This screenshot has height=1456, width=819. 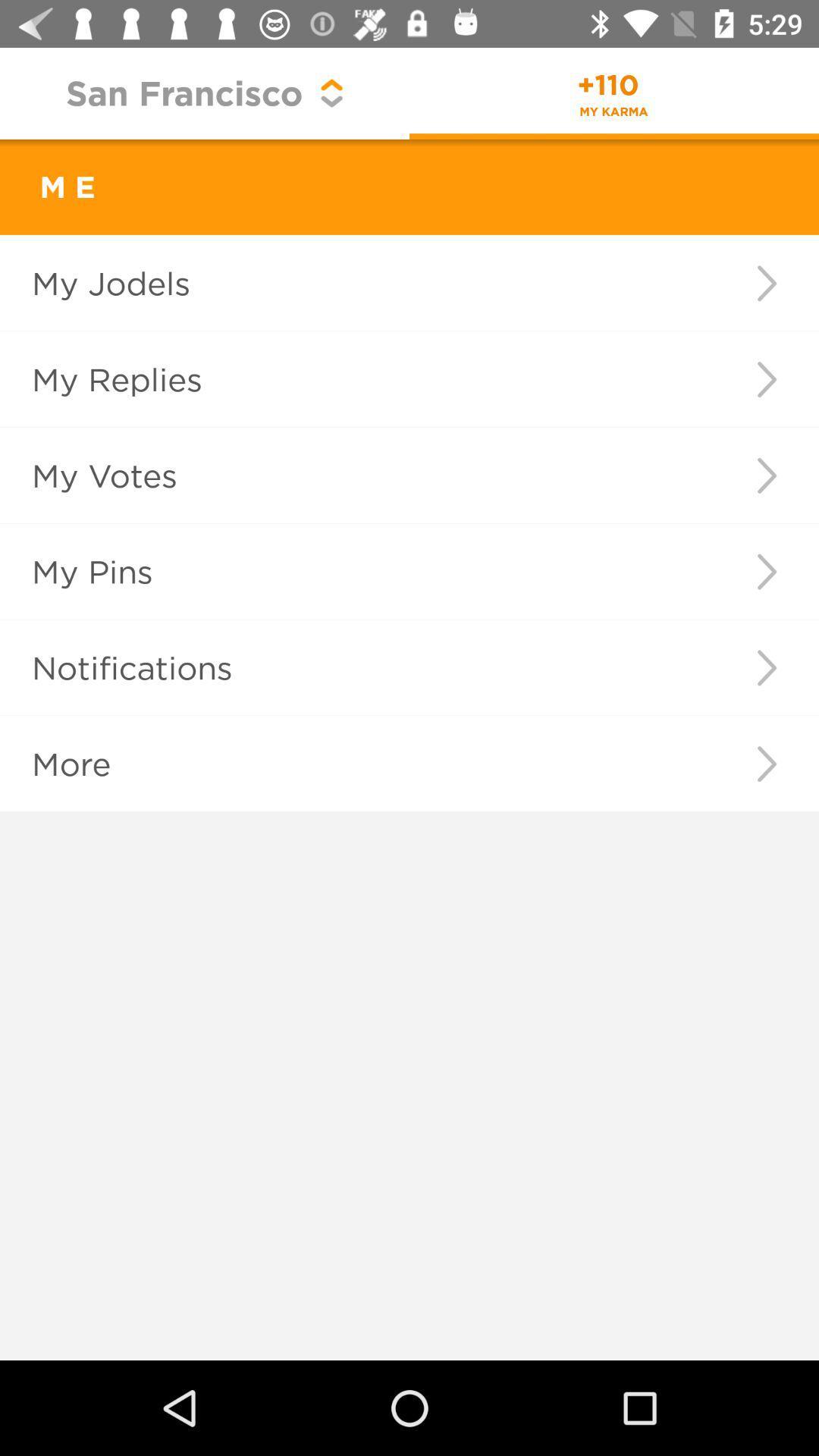 I want to click on icon below the notifications icon, so click(x=767, y=764).